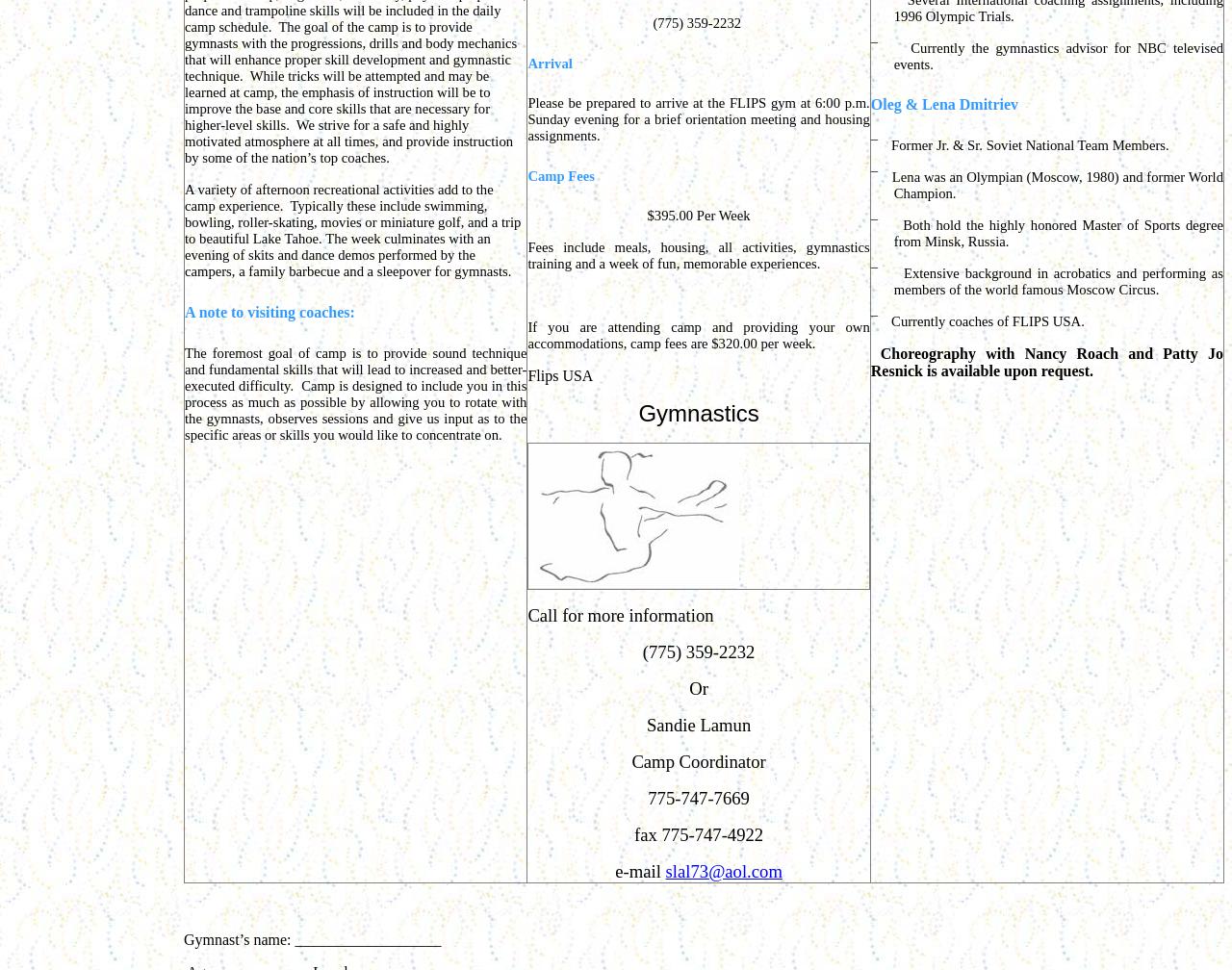 The height and width of the screenshot is (970, 1232). Describe the element at coordinates (1028, 144) in the screenshot. I see `'Former Jr. & Sr. Soviet 
    National Team Members.'` at that location.